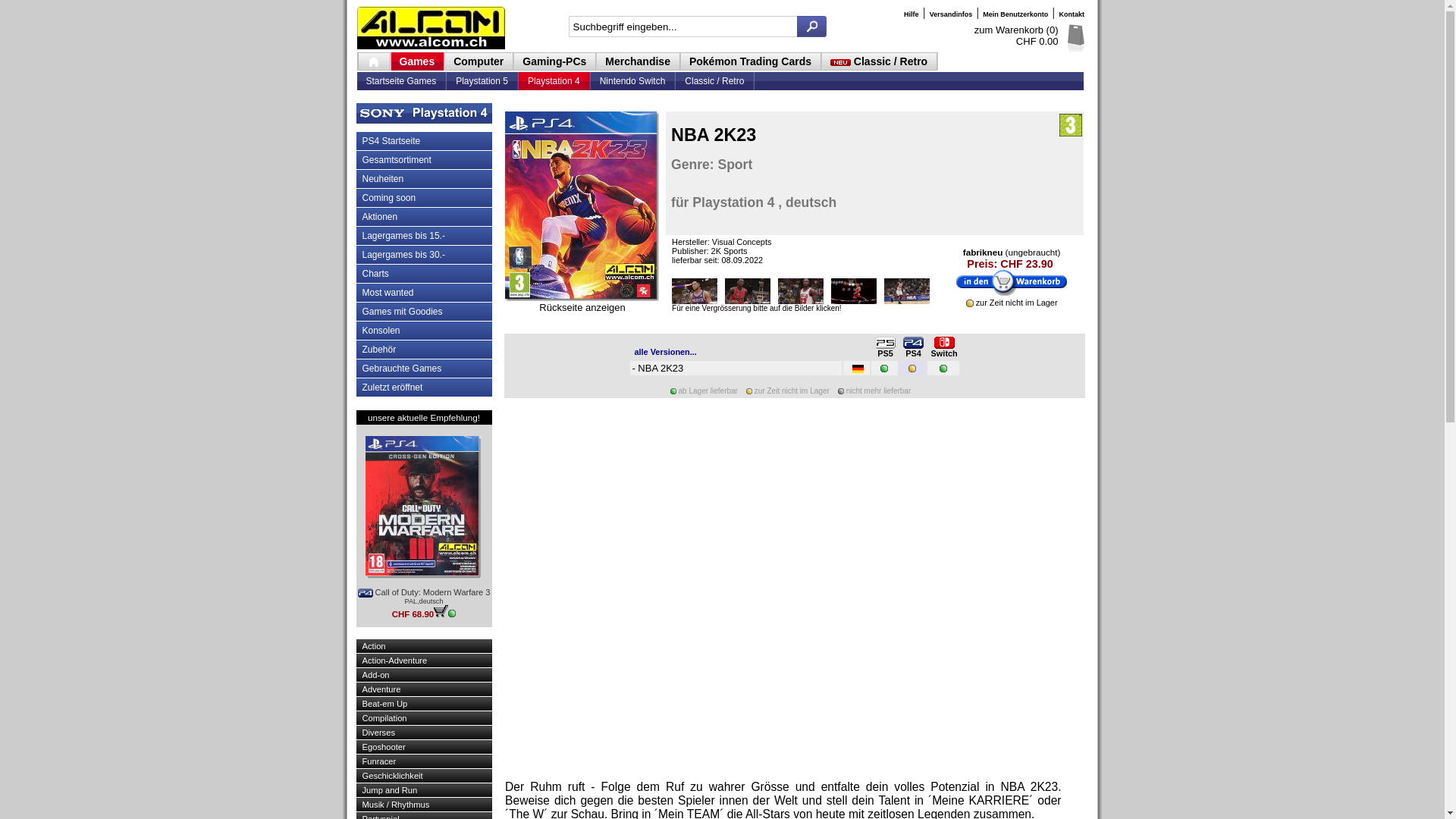 The width and height of the screenshot is (1456, 819). I want to click on 'Gaming-PCs', so click(554, 61).